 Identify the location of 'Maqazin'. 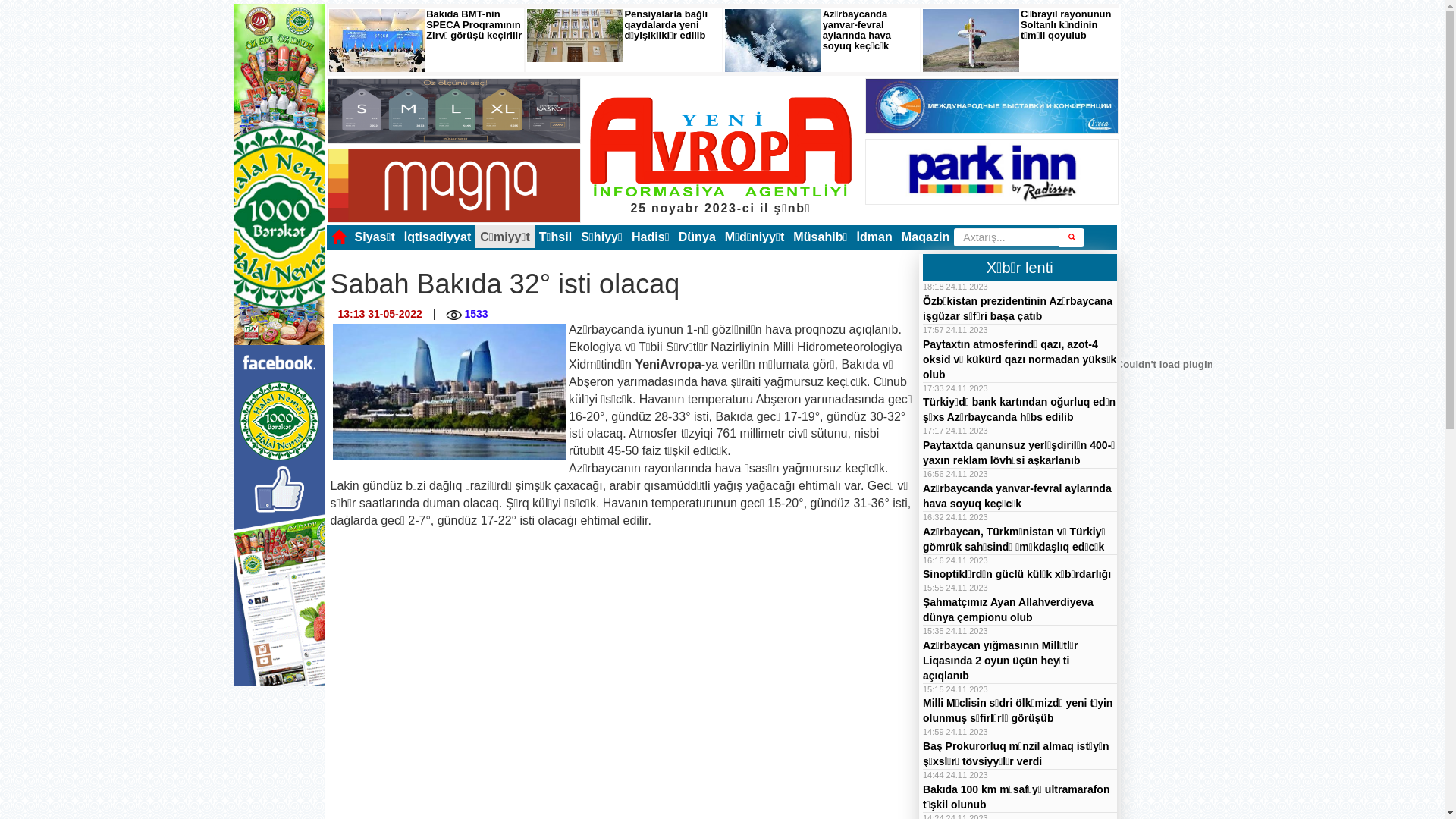
(924, 237).